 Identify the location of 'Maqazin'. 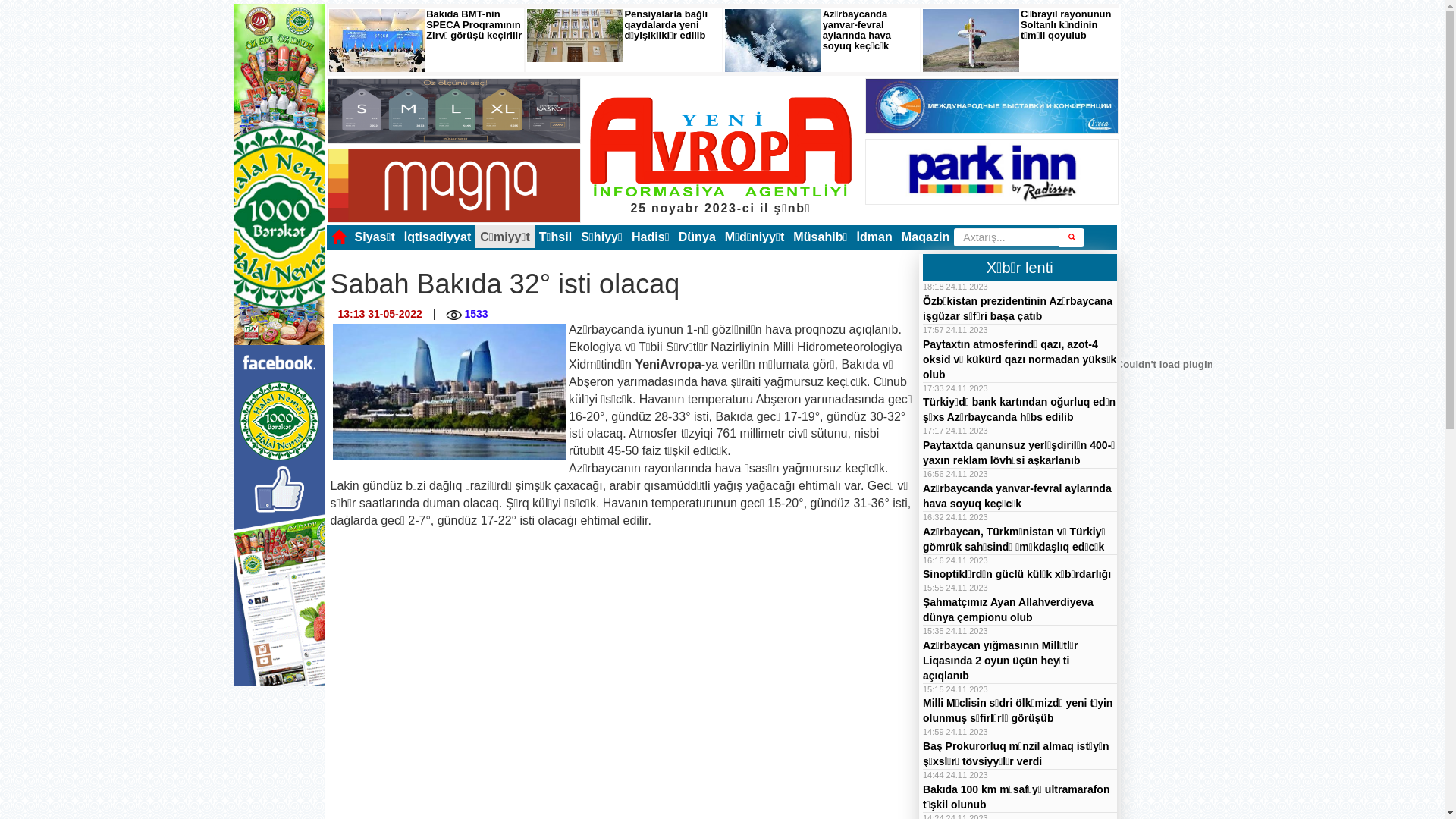
(924, 237).